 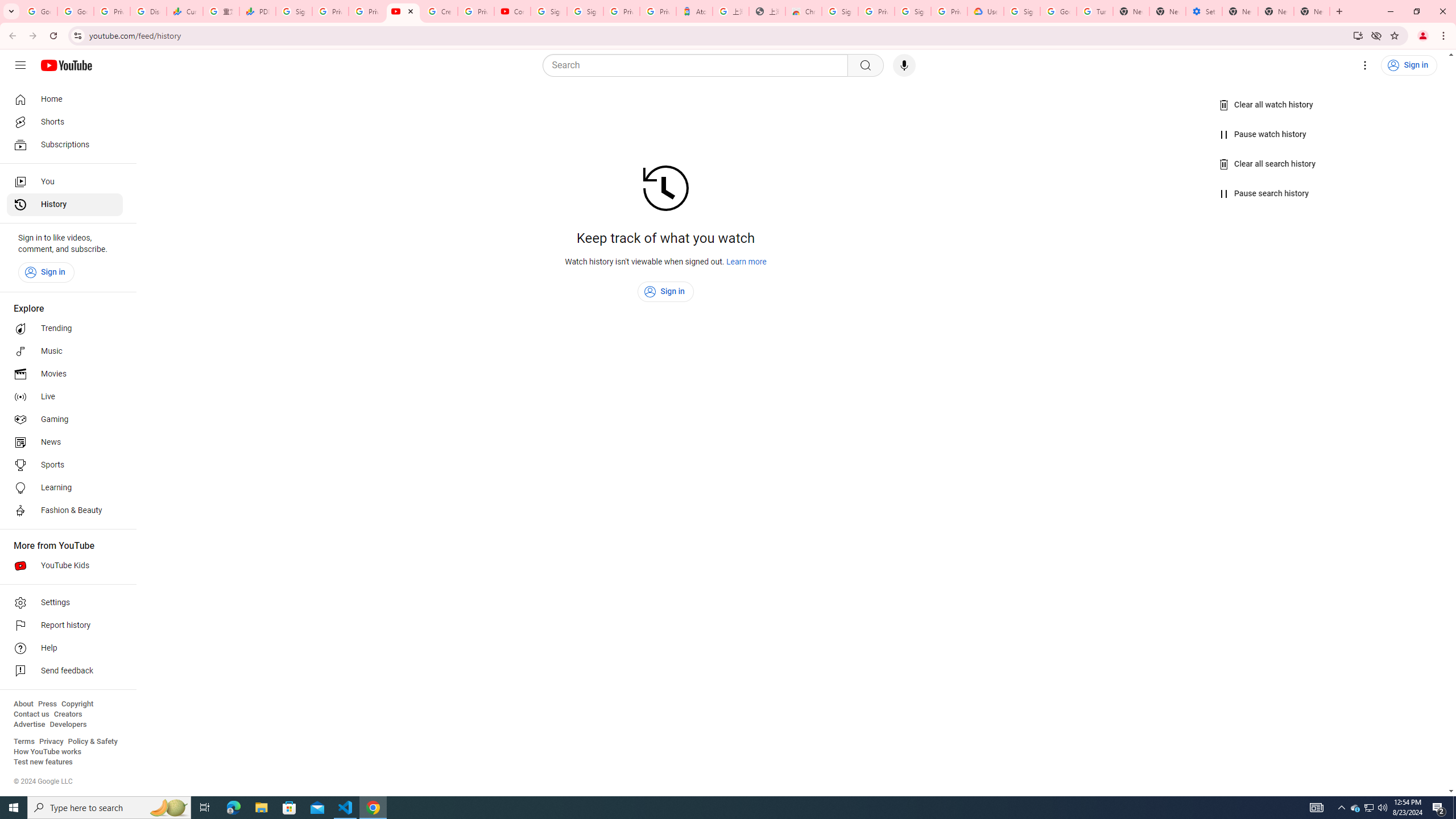 I want to click on 'Install YouTube', so click(x=1358, y=35).